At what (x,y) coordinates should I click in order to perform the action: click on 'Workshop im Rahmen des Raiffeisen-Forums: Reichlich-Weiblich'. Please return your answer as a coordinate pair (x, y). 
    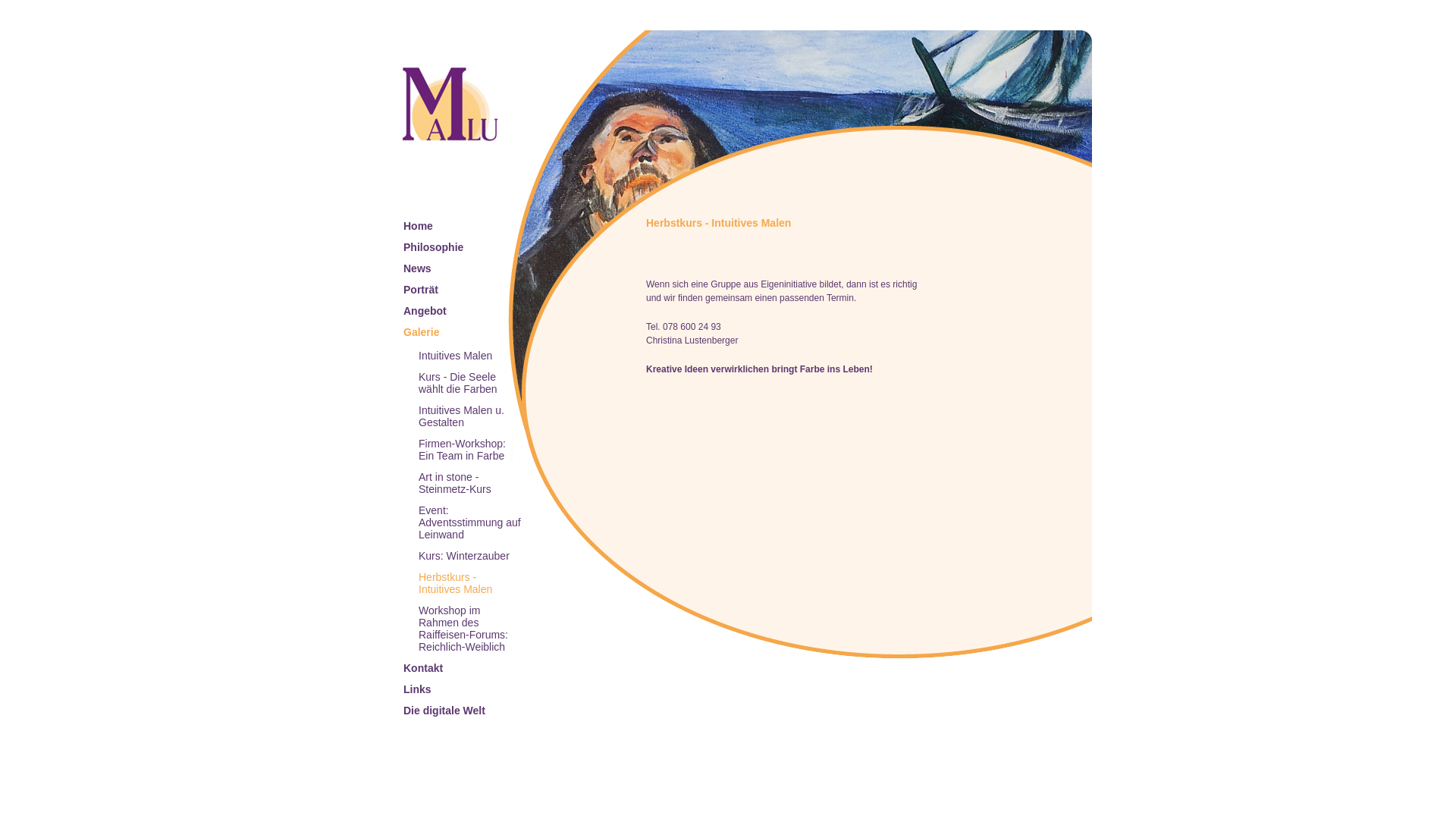
    Looking at the image, I should click on (462, 629).